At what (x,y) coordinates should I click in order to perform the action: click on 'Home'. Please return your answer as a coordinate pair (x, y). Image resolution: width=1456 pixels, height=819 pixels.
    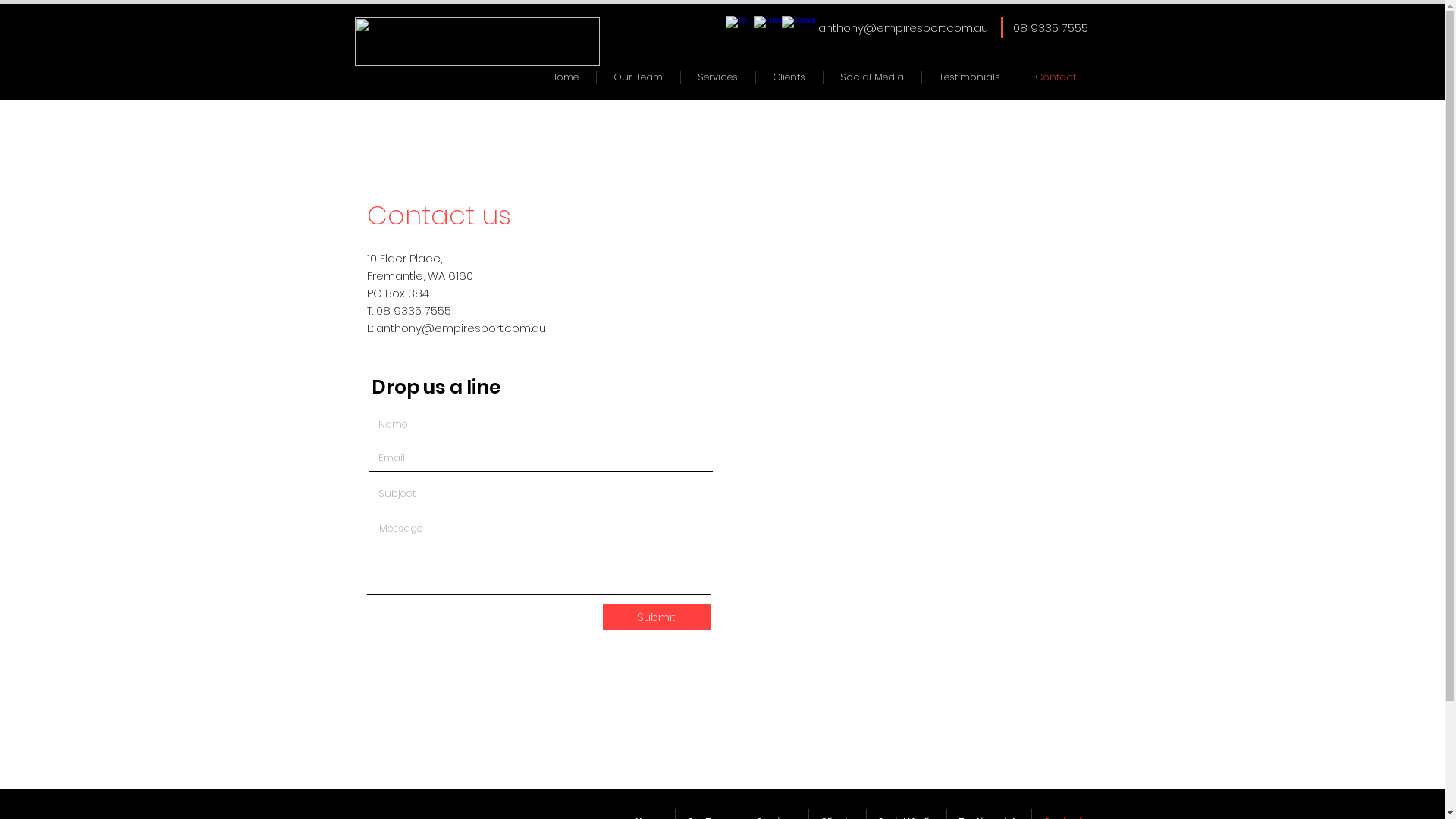
    Looking at the image, I should click on (563, 77).